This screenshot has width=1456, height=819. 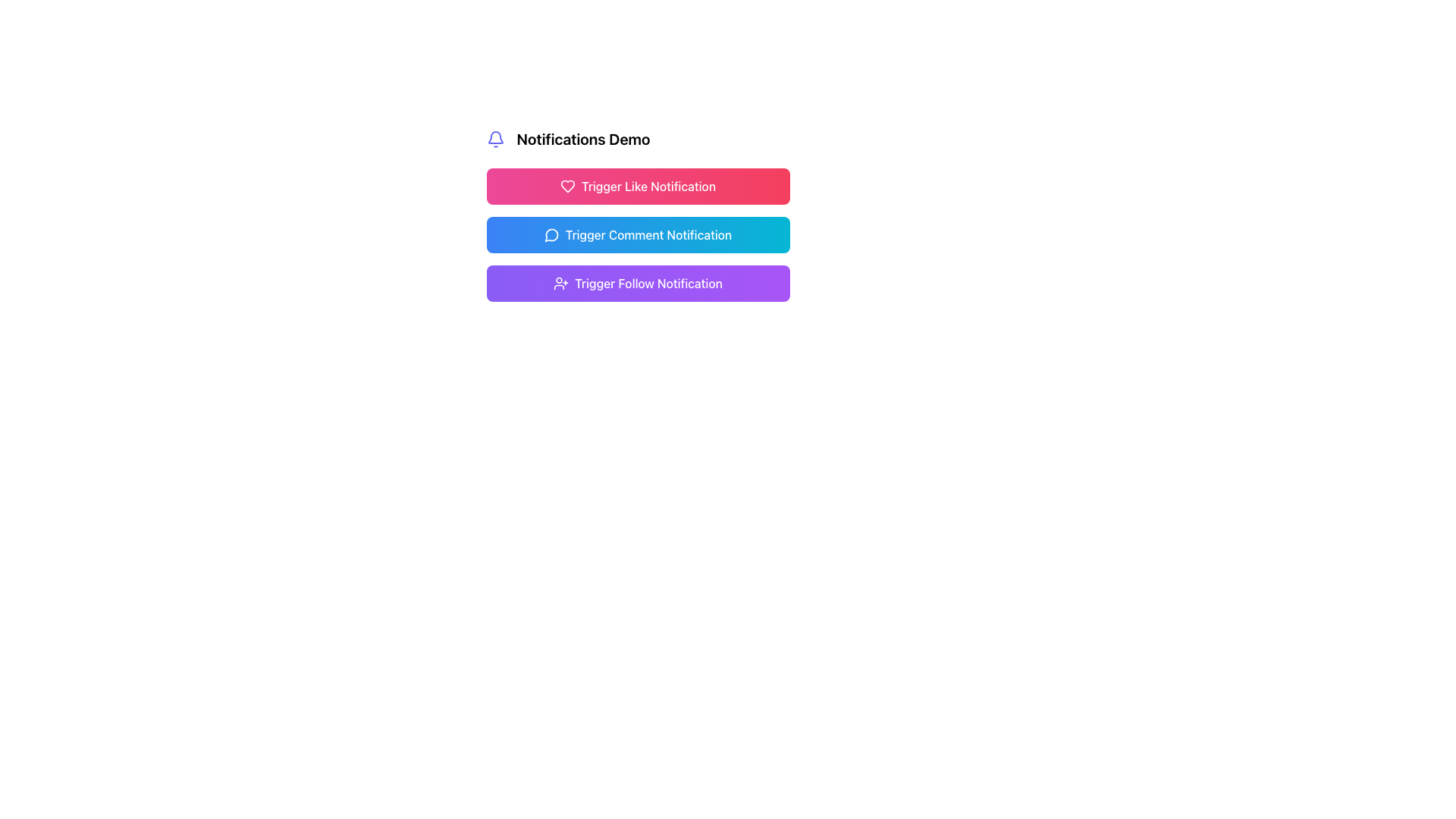 I want to click on the 'Trigger Comment Notification' button, which is a rectangular button with a gradient background and a chat bubble icon, positioned below the 'Trigger Like Notification' button, so click(x=638, y=215).